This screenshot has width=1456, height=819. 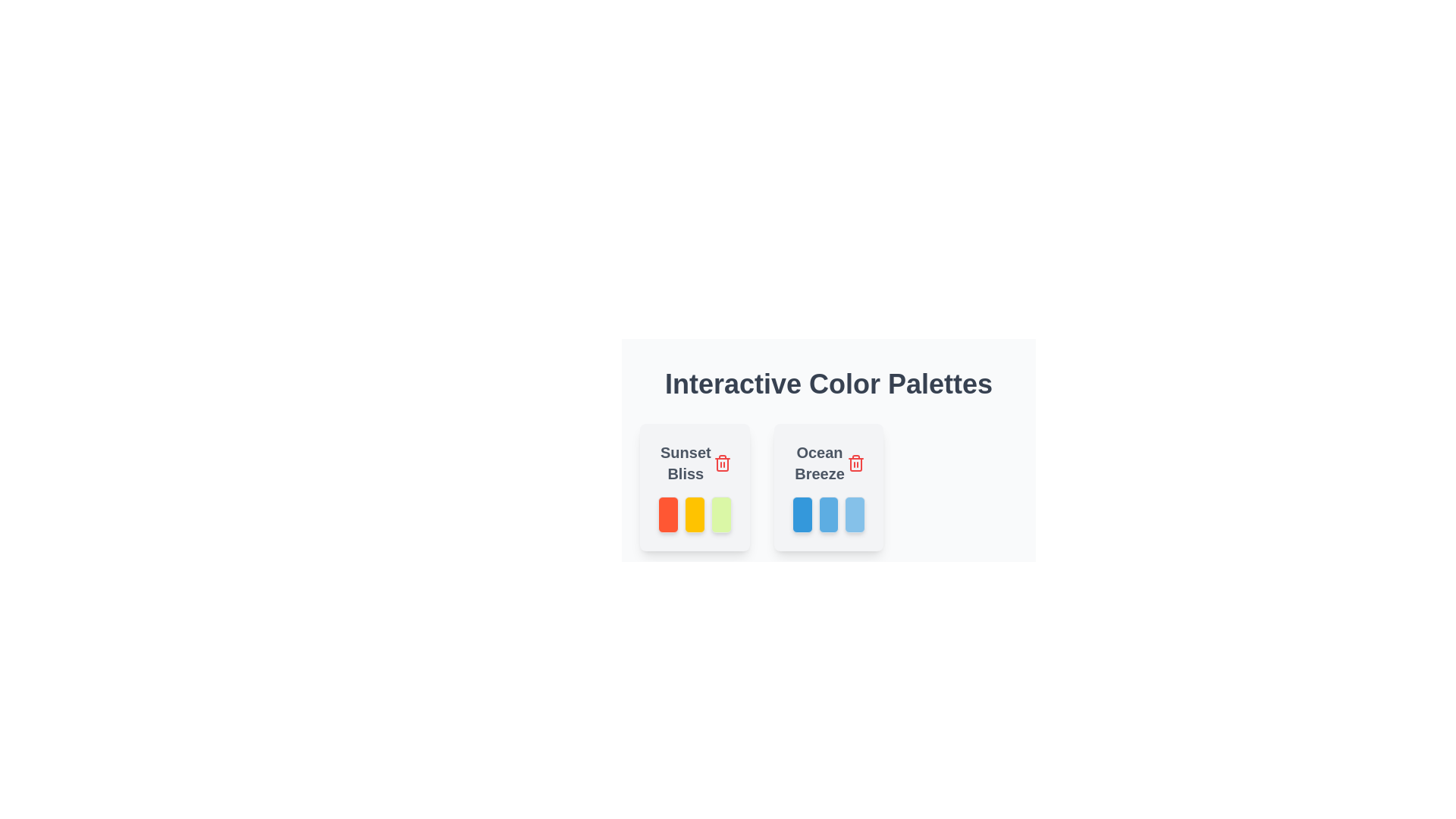 I want to click on the text content of the element displaying 'Ocean Breeze' in bold gray font, located in the upper section of the card next to the trash can icon, so click(x=828, y=462).